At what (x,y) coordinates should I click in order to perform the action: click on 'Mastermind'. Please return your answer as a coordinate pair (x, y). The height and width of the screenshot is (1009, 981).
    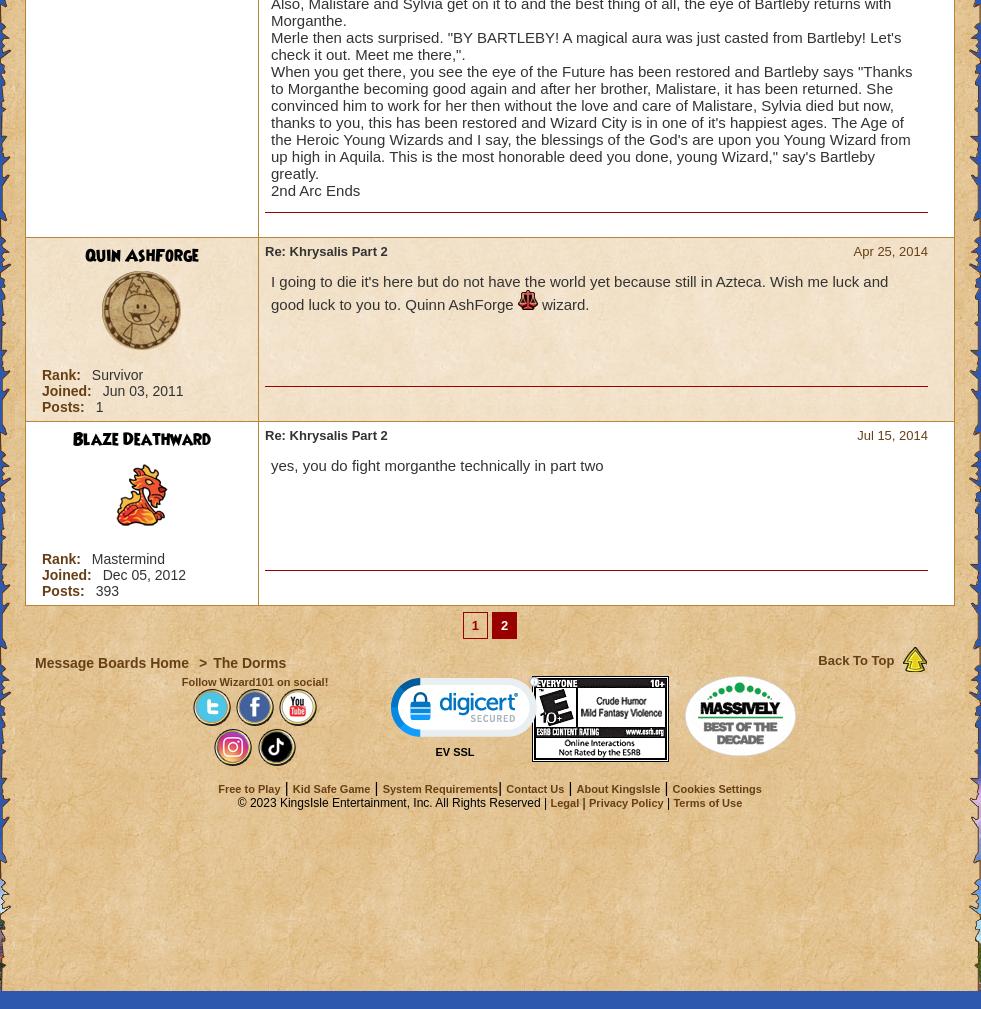
    Looking at the image, I should click on (126, 558).